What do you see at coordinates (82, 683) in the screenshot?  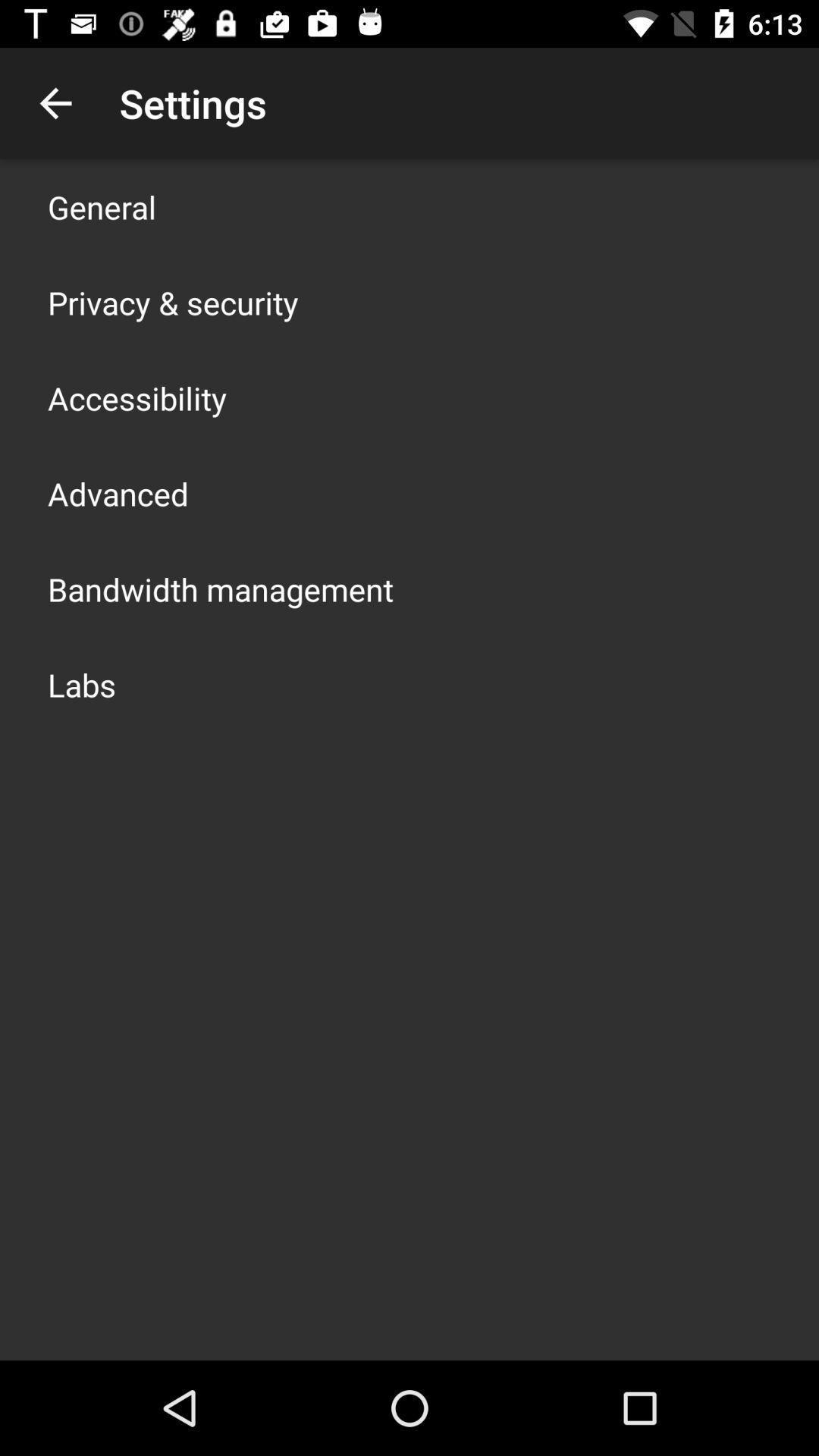 I see `app below the bandwidth management icon` at bounding box center [82, 683].